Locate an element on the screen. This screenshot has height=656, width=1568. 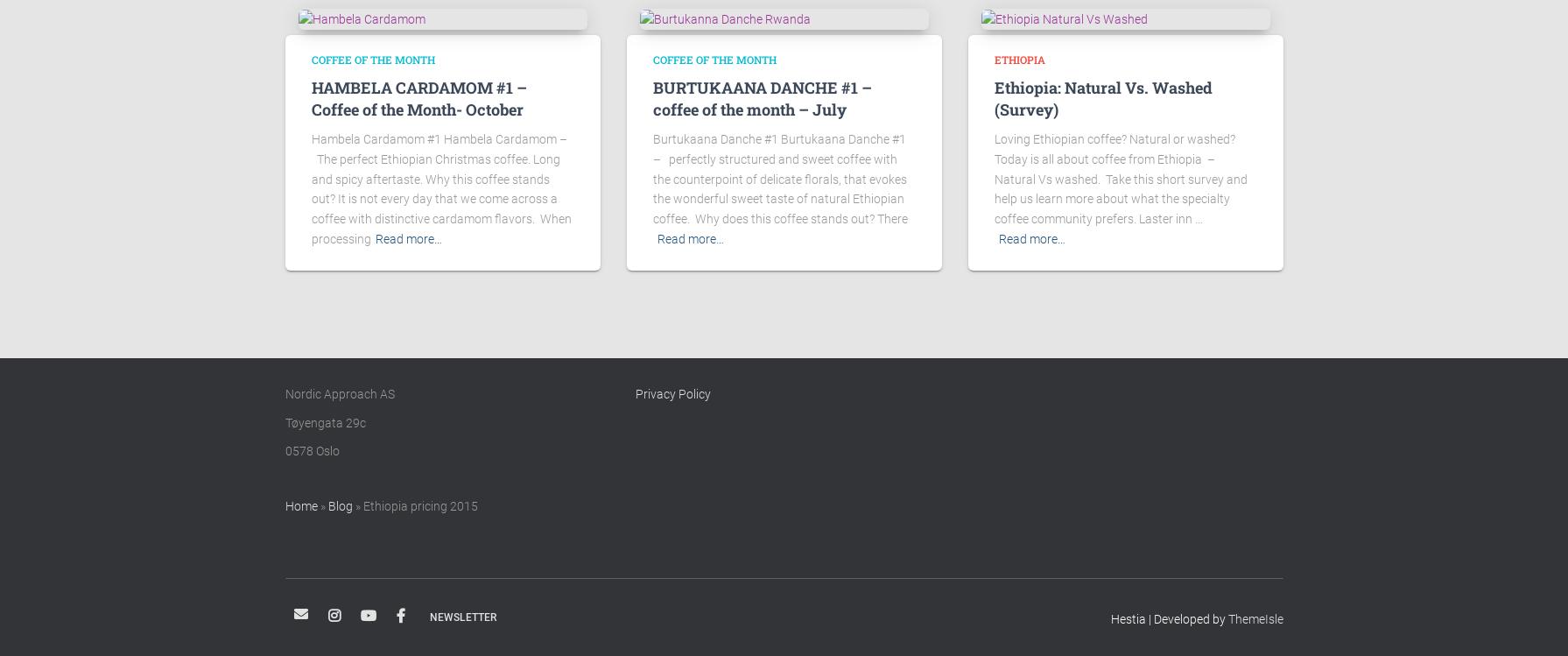
'Ethiopia: Natural Vs. Washed (Survey)' is located at coordinates (1101, 97).